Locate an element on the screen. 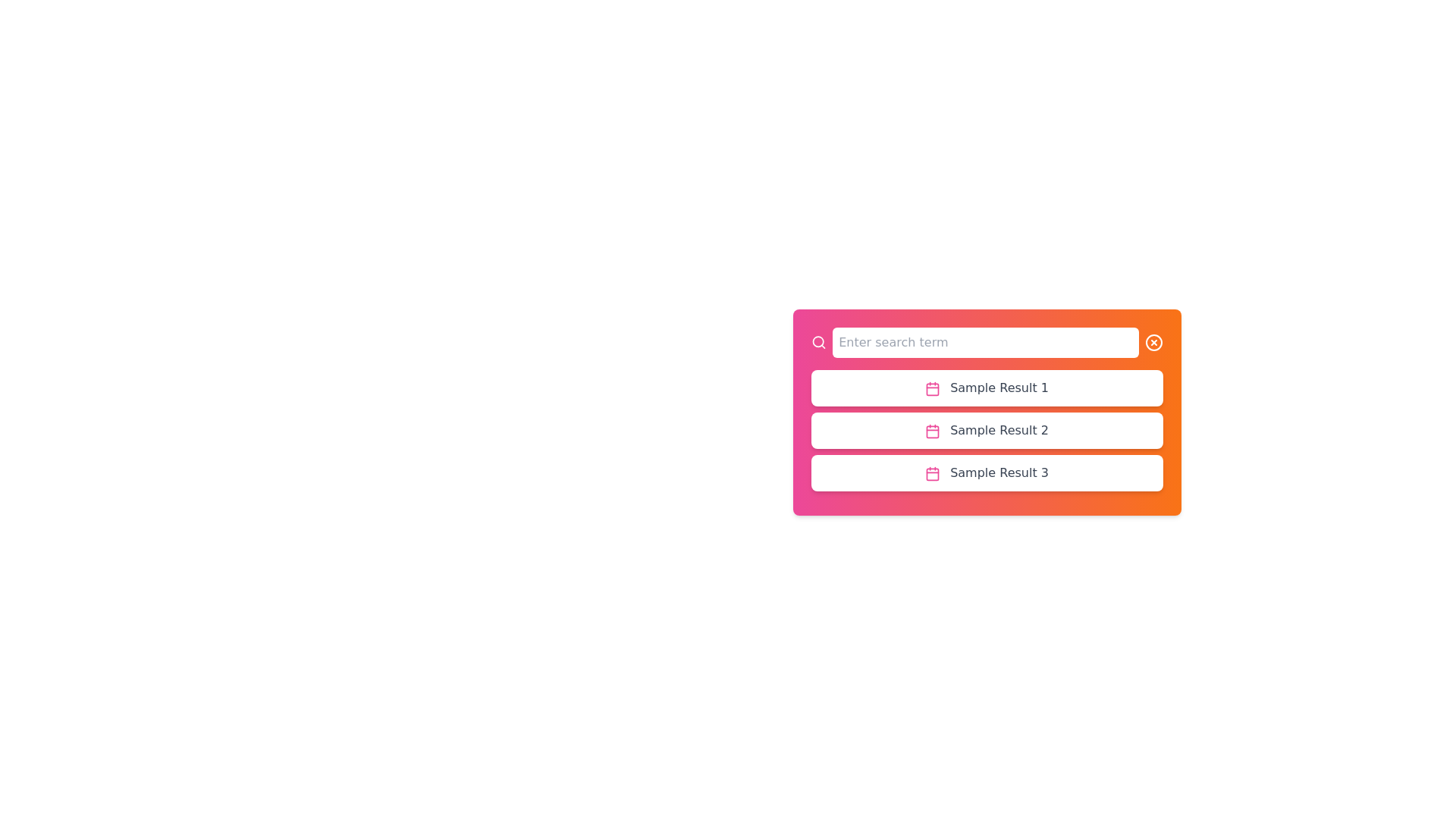 This screenshot has height=819, width=1456. the SVG Circle that visually represents the circular part of the magnifying glass icon, which indicates a search function is located at coordinates (817, 342).